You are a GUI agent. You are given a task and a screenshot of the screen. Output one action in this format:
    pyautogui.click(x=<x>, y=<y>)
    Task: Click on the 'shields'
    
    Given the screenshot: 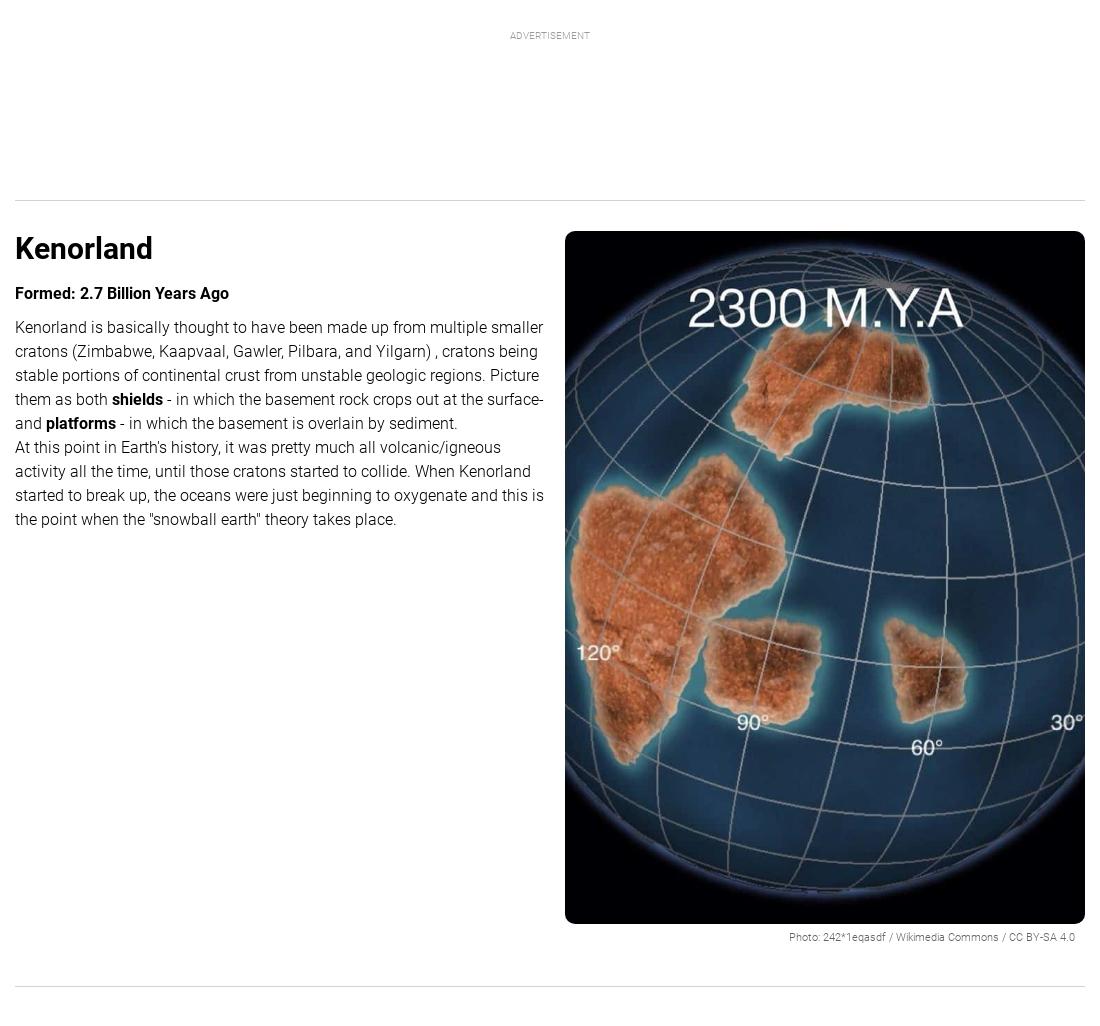 What is the action you would take?
    pyautogui.click(x=137, y=397)
    